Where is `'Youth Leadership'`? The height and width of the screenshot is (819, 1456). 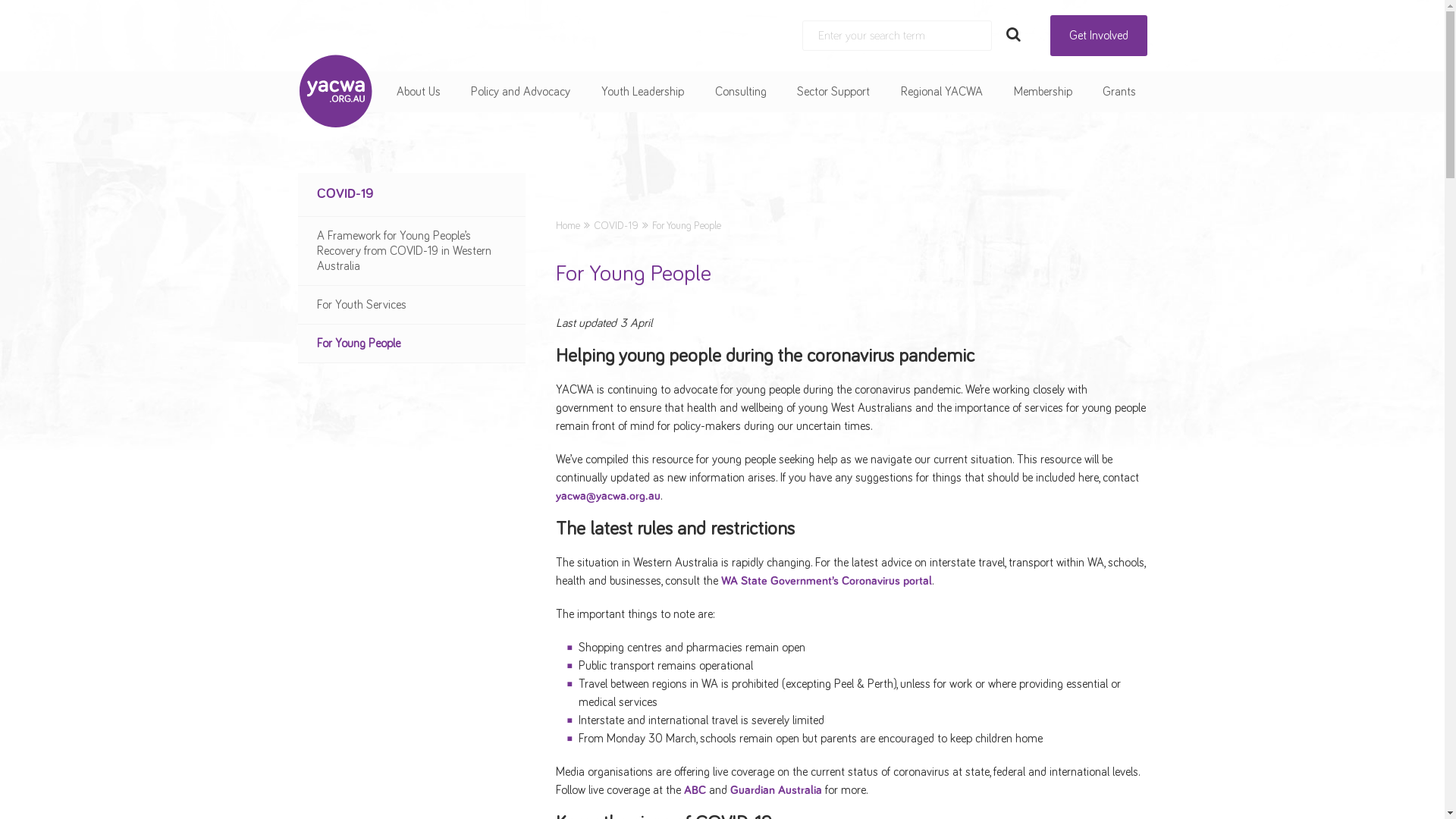
'Youth Leadership' is located at coordinates (642, 91).